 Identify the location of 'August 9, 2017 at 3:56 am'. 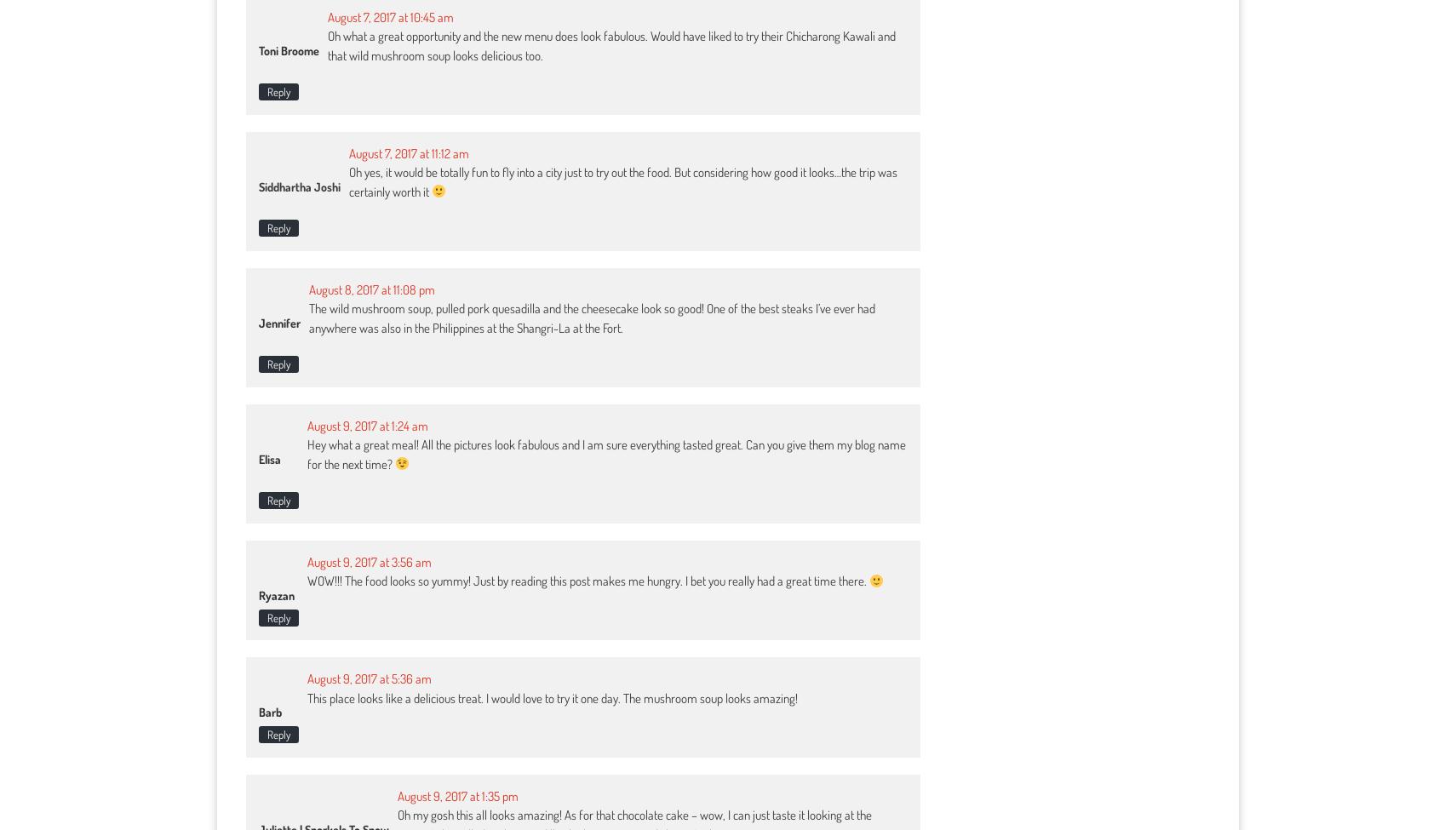
(306, 561).